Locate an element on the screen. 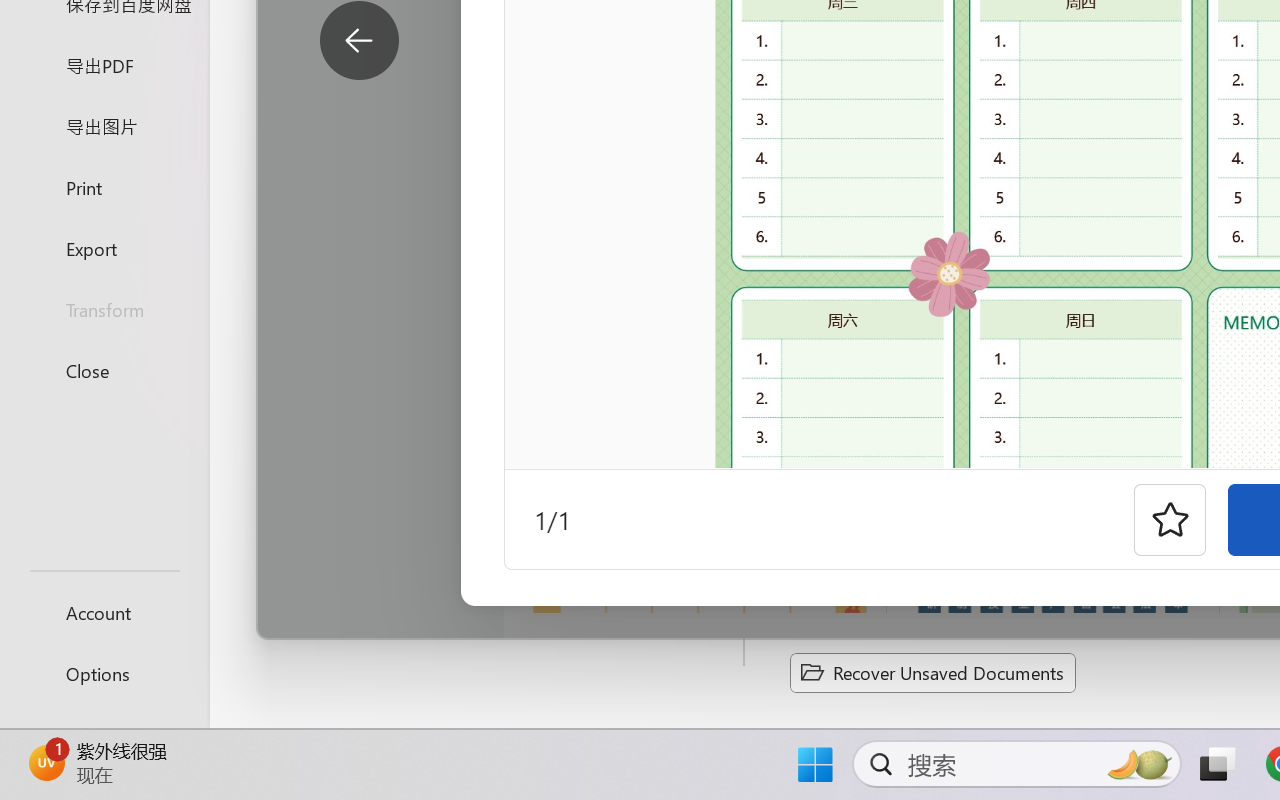 The image size is (1280, 800). 'Account' is located at coordinates (103, 612).